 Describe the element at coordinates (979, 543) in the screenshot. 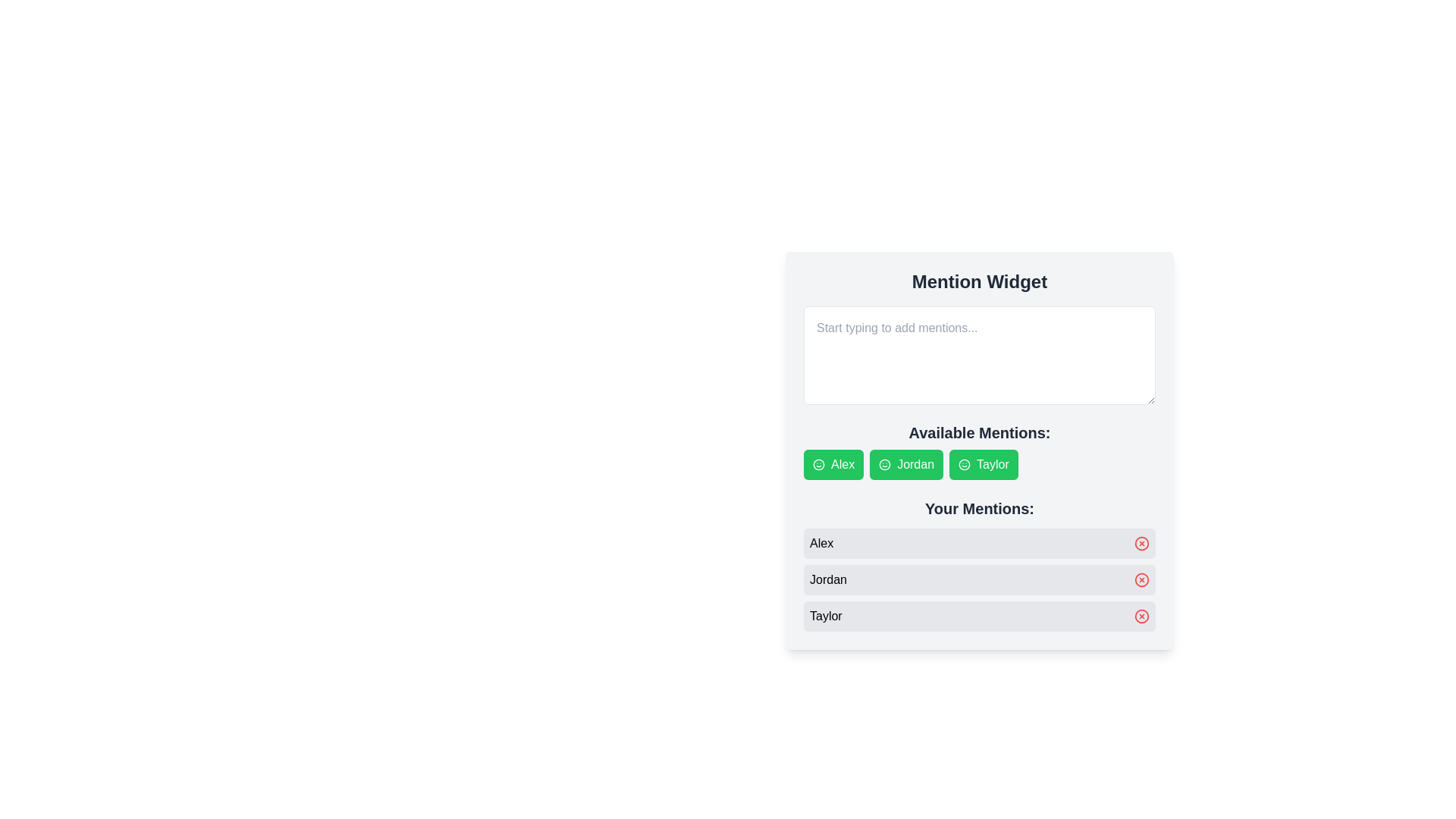

I see `the list item labeled 'Alex'` at that location.